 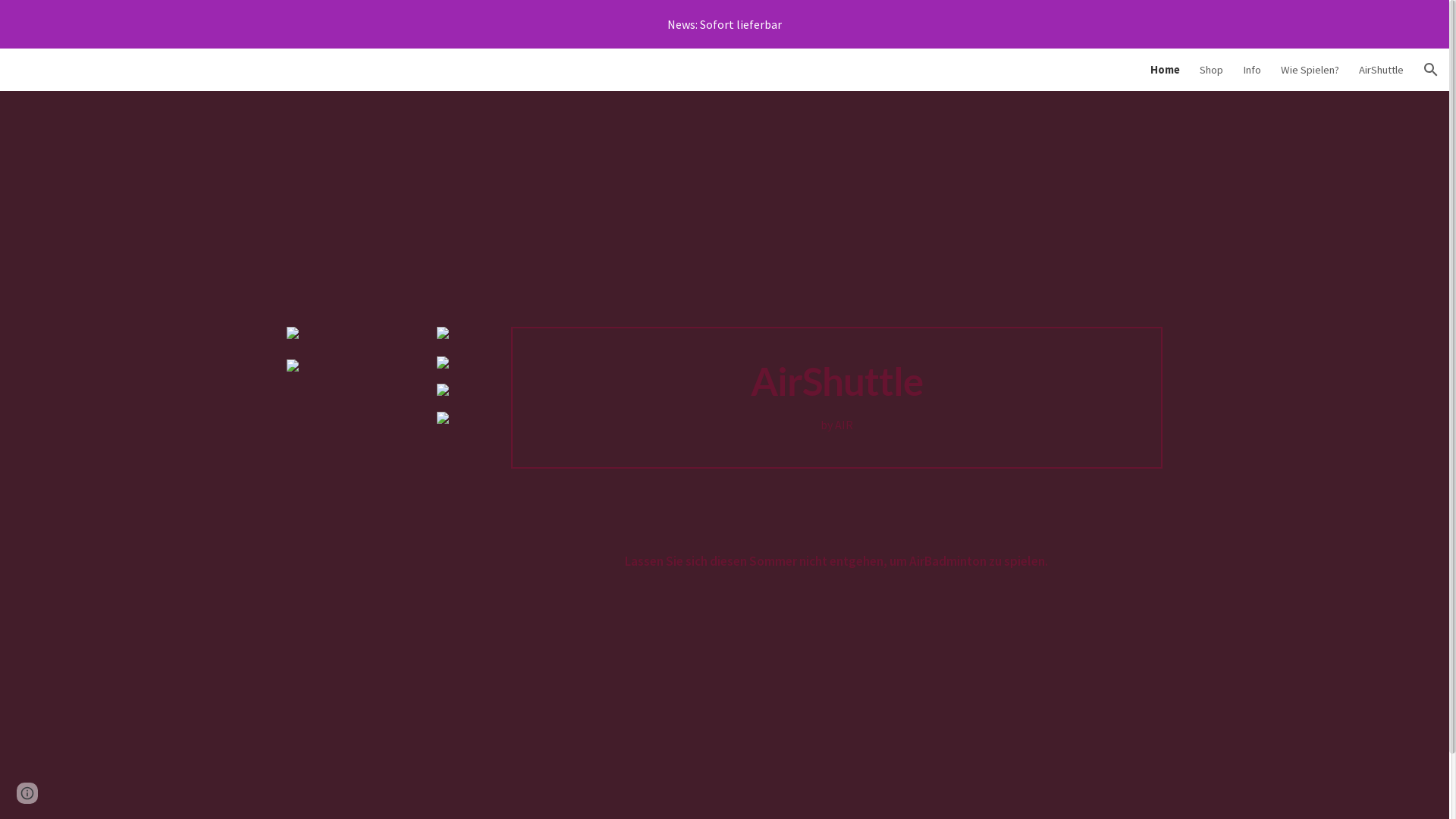 I want to click on 'Home', so click(x=1164, y=70).